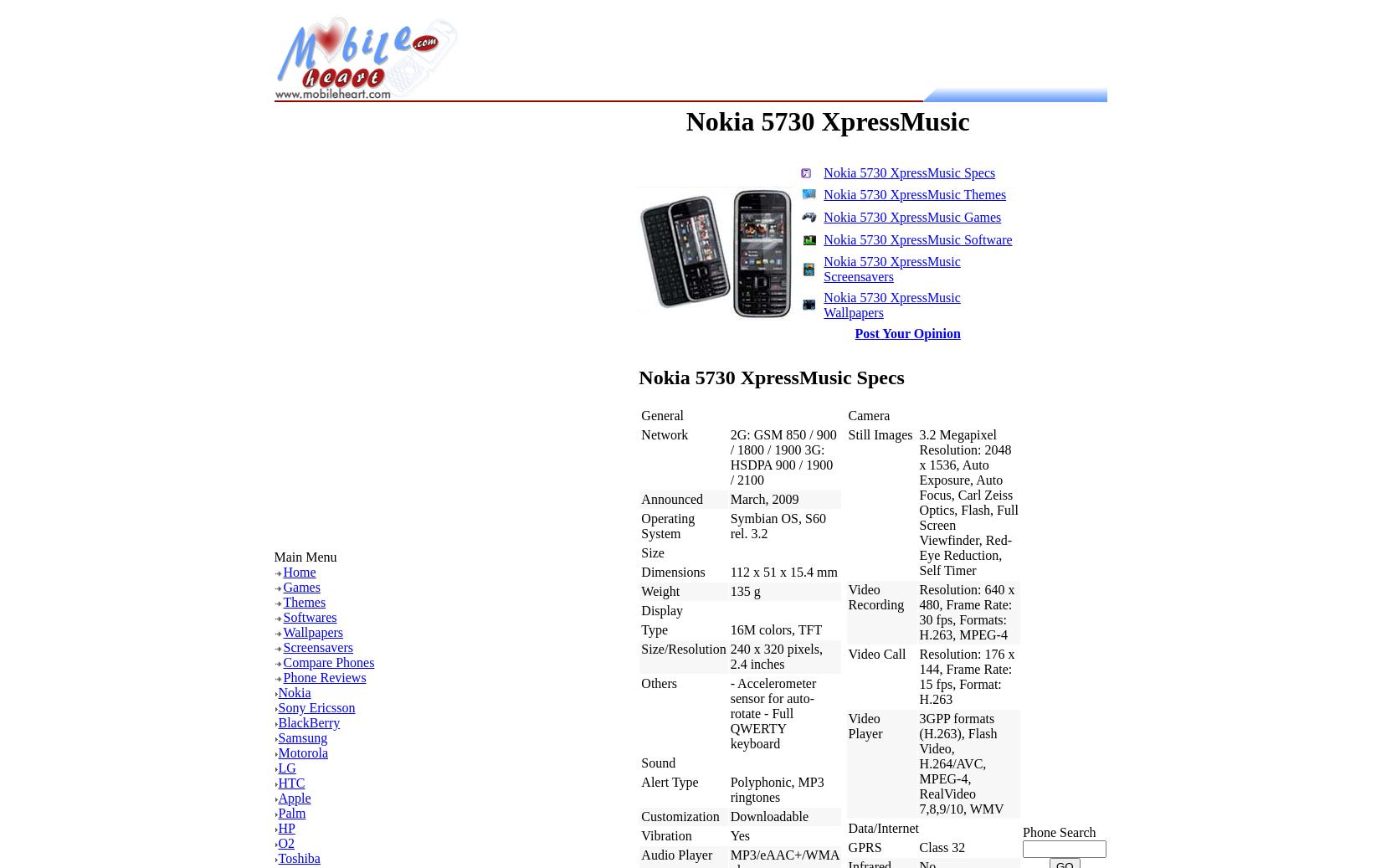 The image size is (1381, 868). What do you see at coordinates (446, 430) in the screenshot?
I see `'for themes & applications. Nokia announced the advent of latest Music Stores, further Arrives With Music begines and a latest Nokia music mobile phone. Free themes for'` at bounding box center [446, 430].